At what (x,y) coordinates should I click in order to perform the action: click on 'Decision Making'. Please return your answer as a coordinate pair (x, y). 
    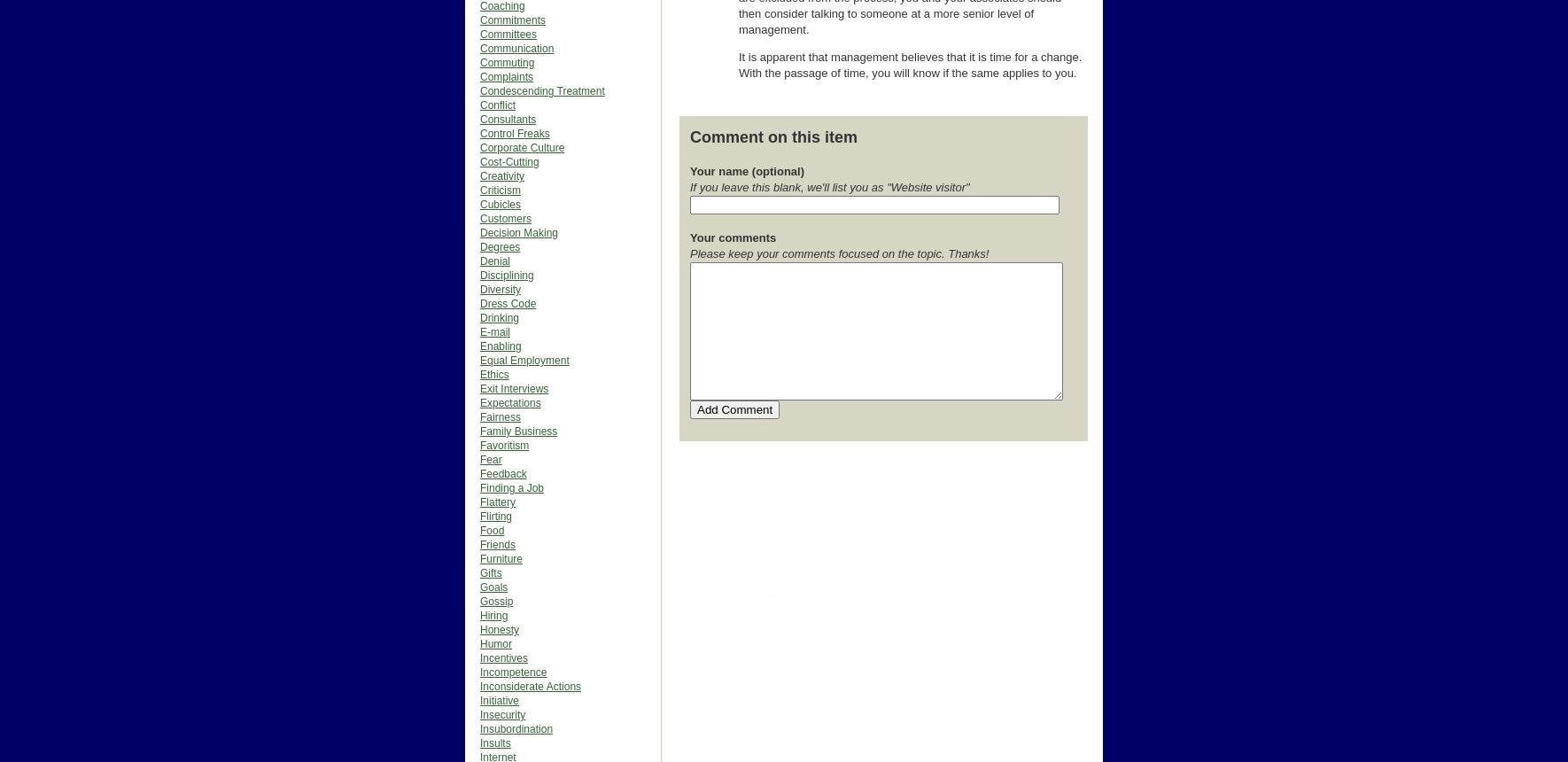
    Looking at the image, I should click on (519, 232).